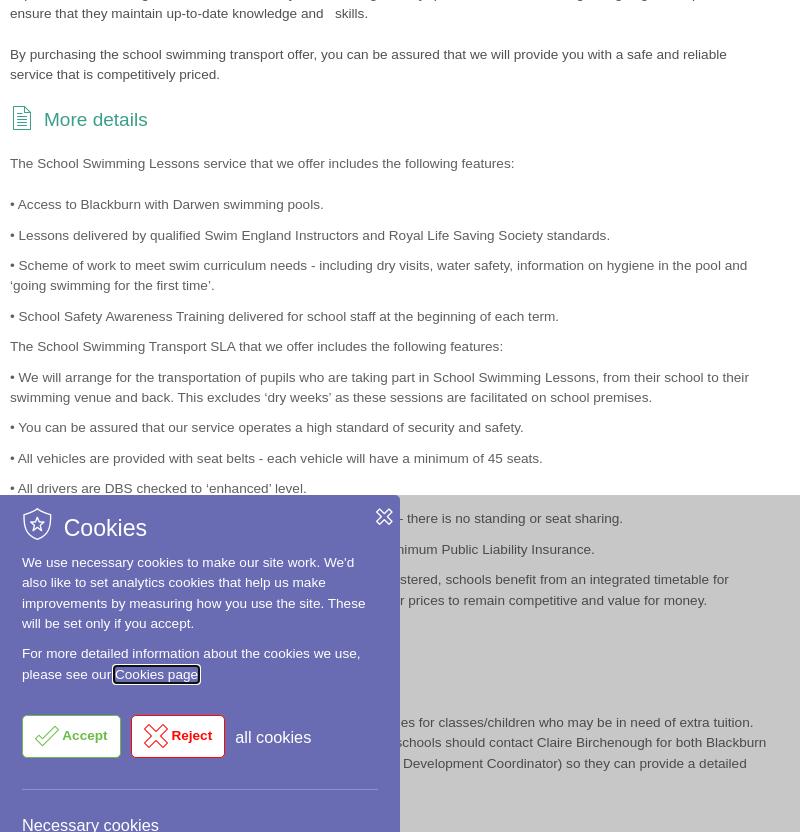 Image resolution: width=800 pixels, height=832 pixels. I want to click on 'School Swimming Booster Lessons 23-24 (DOCX , 3.36 KB)', so click(197, 610).